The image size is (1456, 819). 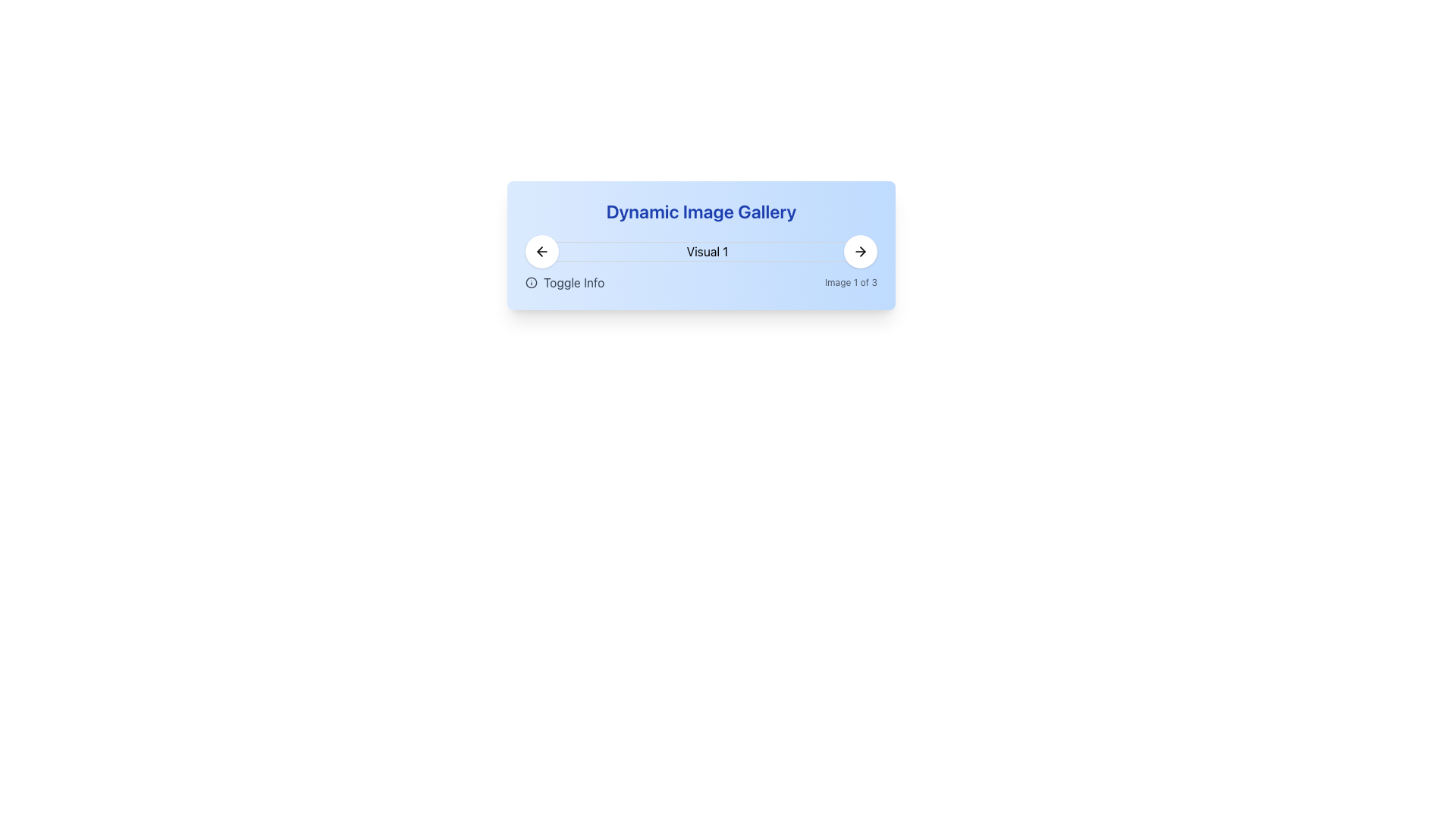 I want to click on the image placeholder in the Dynamic Image Gallery, so click(x=701, y=250).